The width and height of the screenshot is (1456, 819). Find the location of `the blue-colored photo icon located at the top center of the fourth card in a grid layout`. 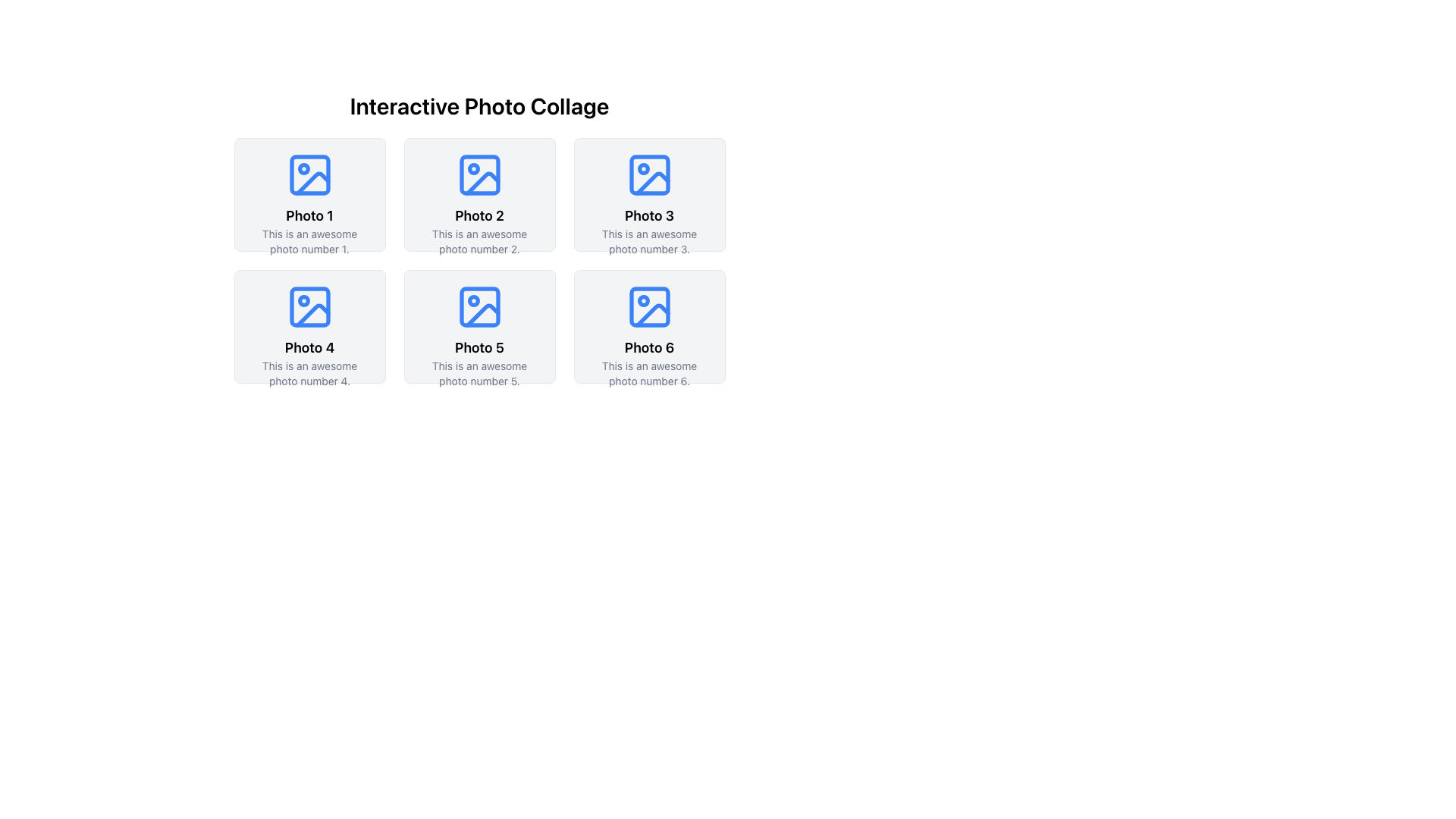

the blue-colored photo icon located at the top center of the fourth card in a grid layout is located at coordinates (309, 307).